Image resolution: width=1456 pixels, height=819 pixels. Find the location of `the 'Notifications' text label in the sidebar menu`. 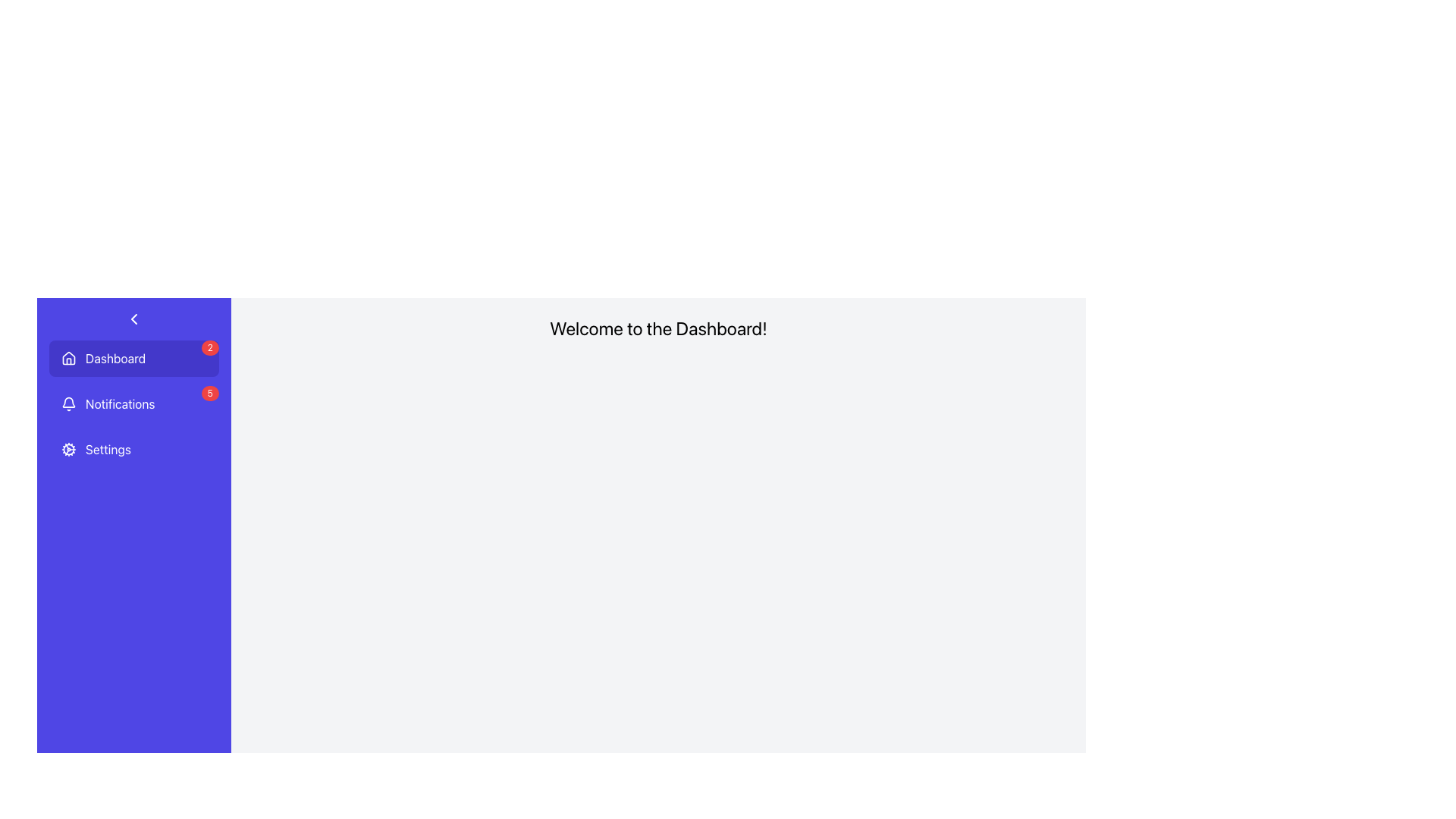

the 'Notifications' text label in the sidebar menu is located at coordinates (119, 403).